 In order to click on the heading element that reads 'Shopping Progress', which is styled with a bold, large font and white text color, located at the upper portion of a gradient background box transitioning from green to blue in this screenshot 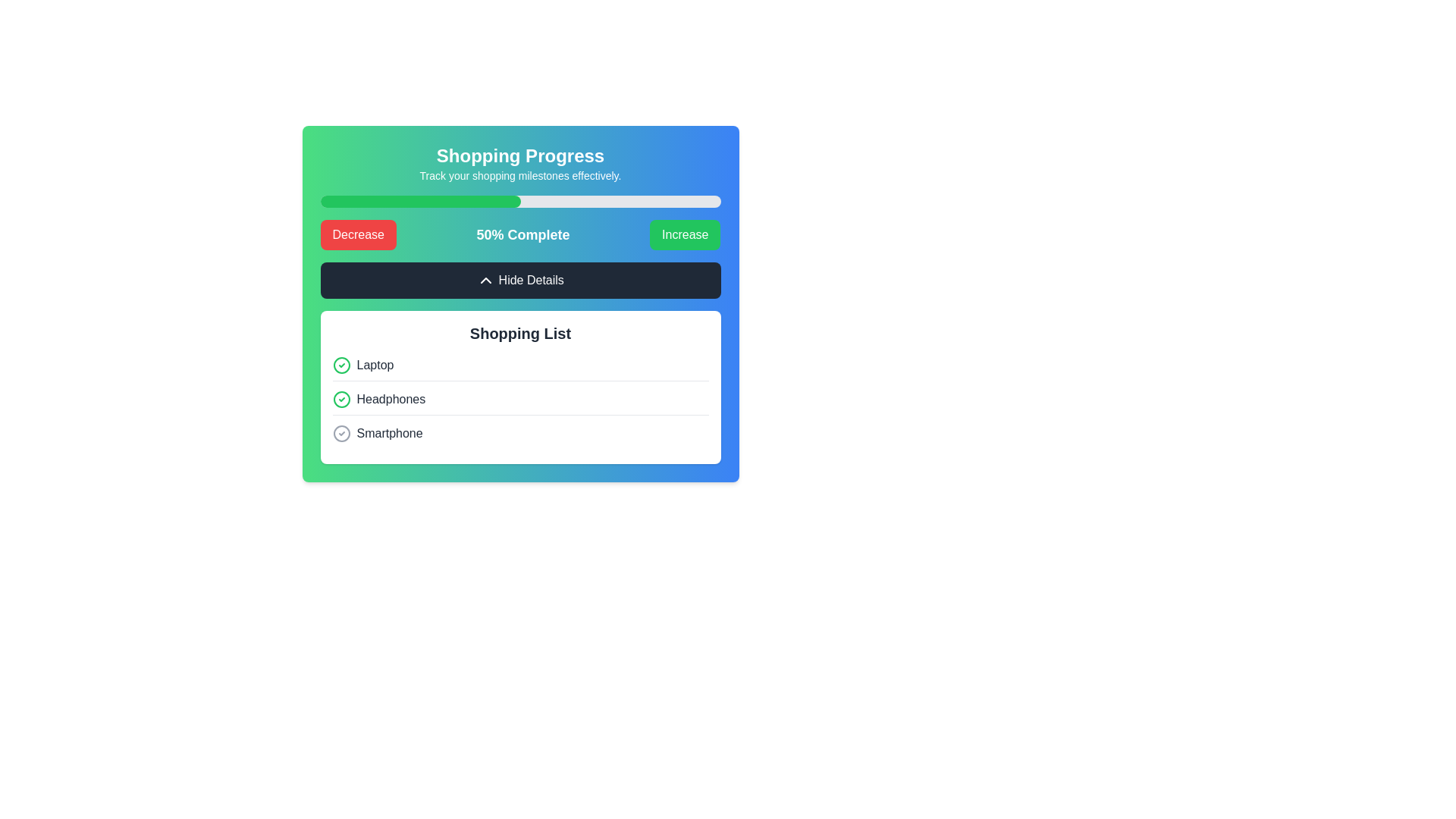, I will do `click(520, 155)`.